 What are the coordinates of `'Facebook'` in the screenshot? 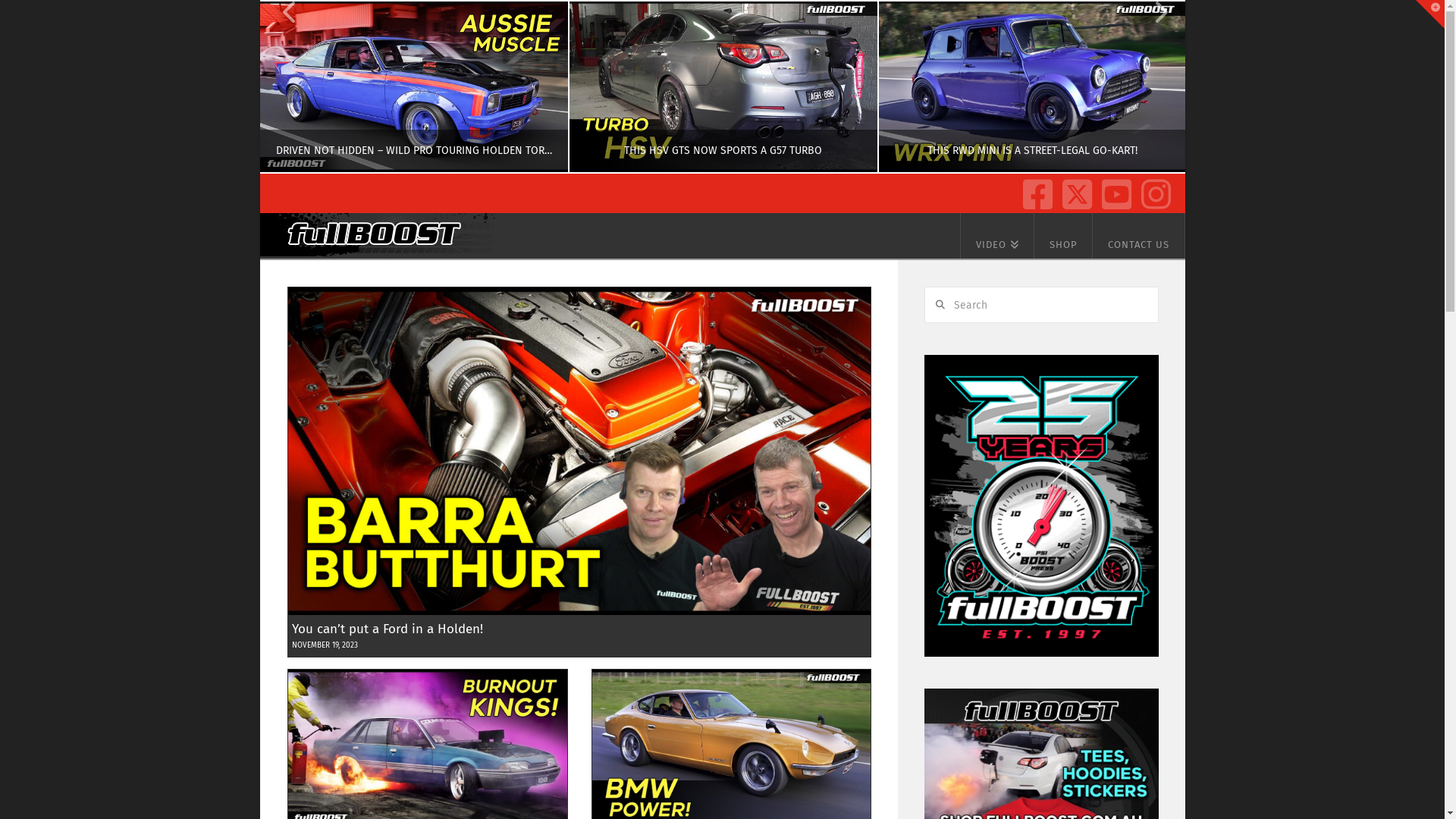 It's located at (1033, 189).